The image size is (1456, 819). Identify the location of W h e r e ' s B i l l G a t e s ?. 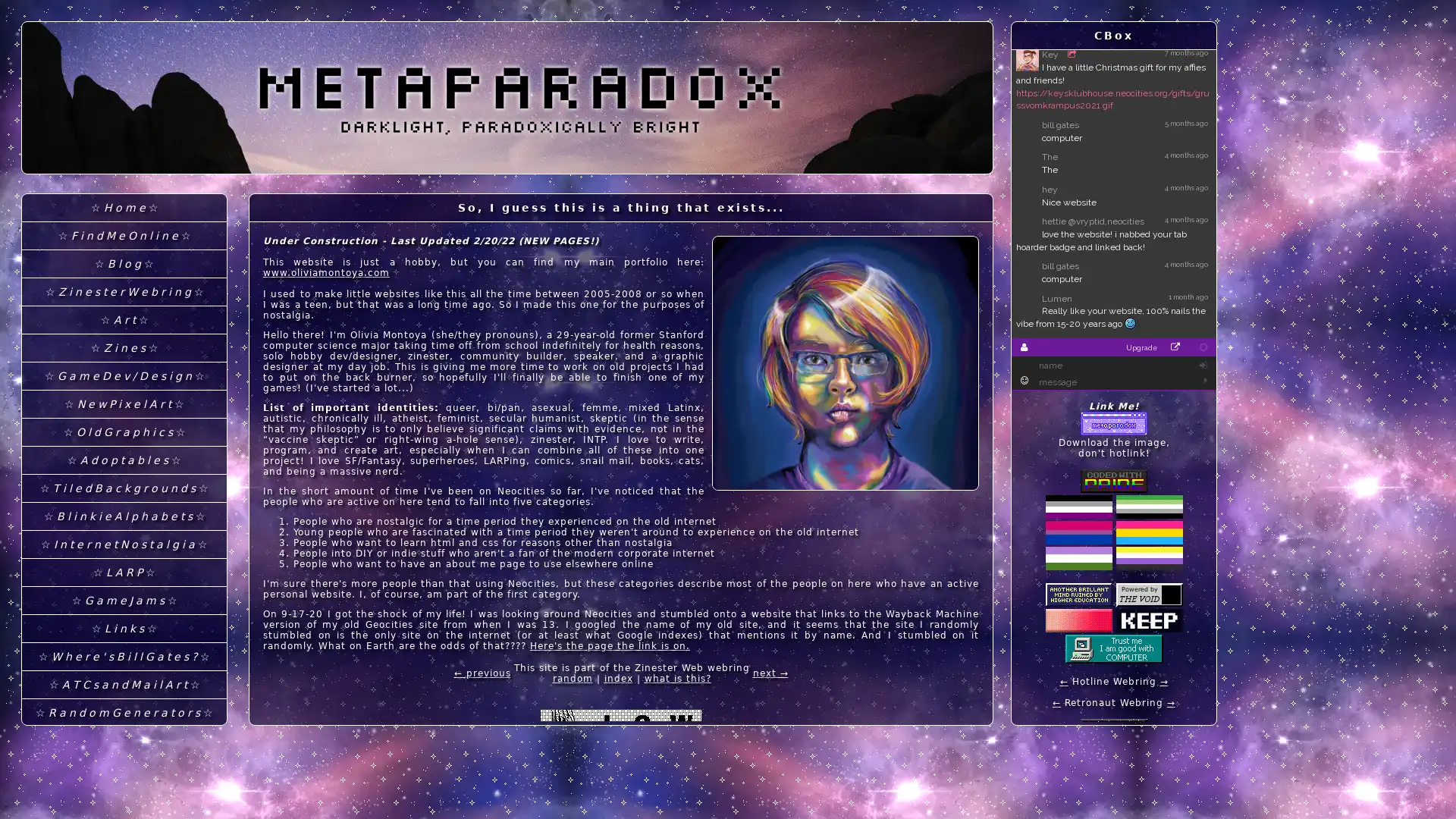
(124, 656).